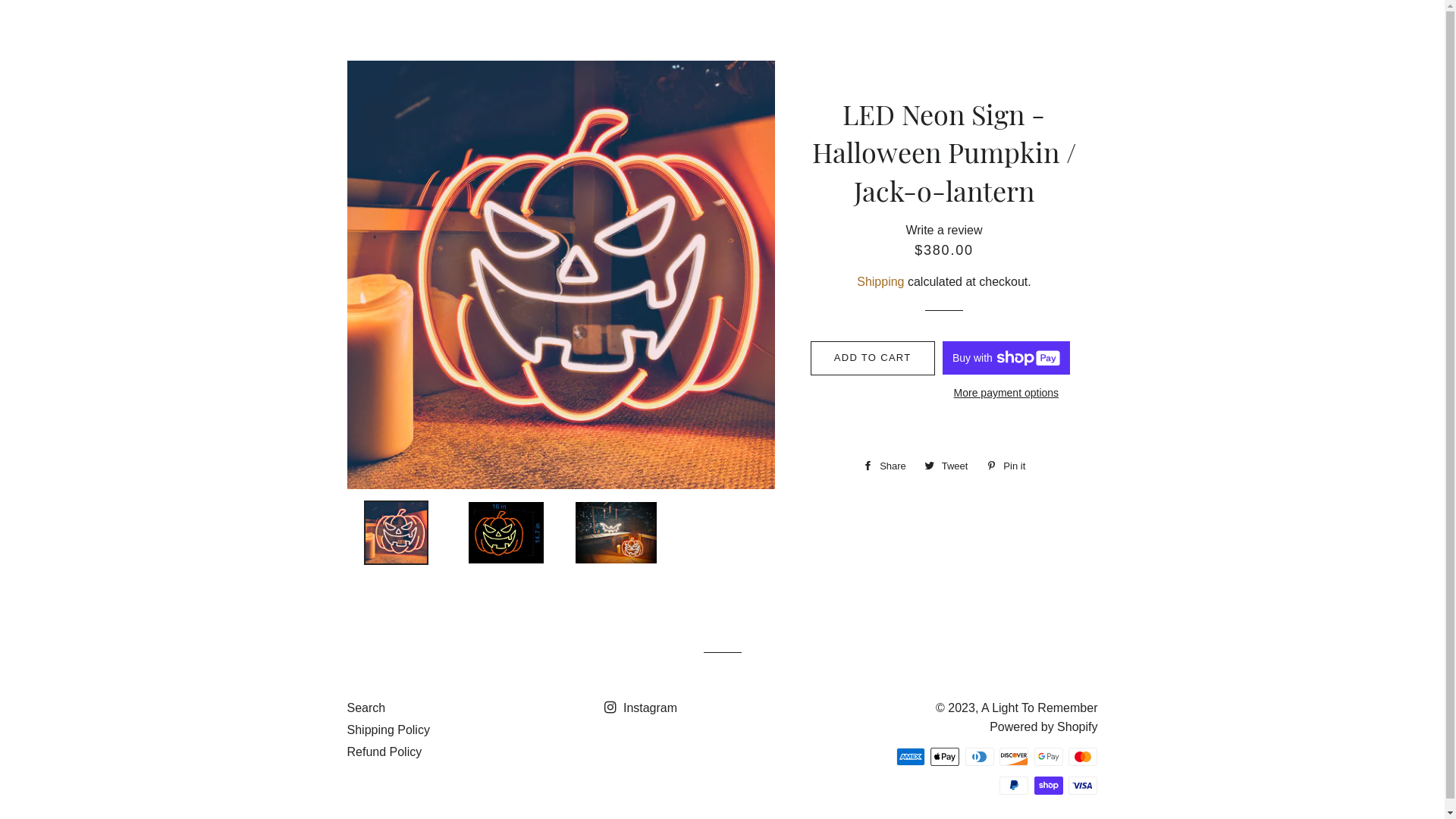 The width and height of the screenshot is (1456, 819). What do you see at coordinates (981, 708) in the screenshot?
I see `'A Light To Remember'` at bounding box center [981, 708].